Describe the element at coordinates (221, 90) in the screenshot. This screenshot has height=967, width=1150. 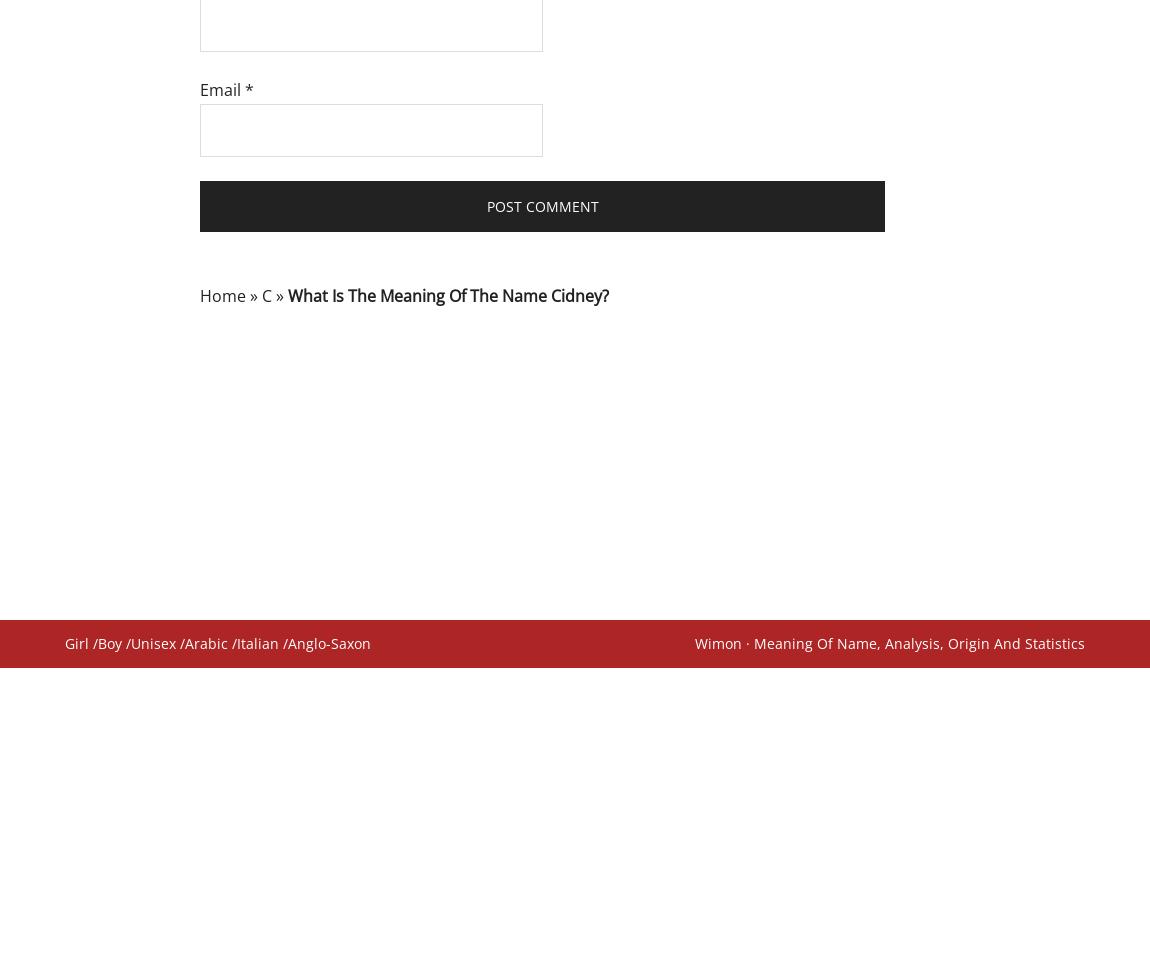
I see `'Email'` at that location.